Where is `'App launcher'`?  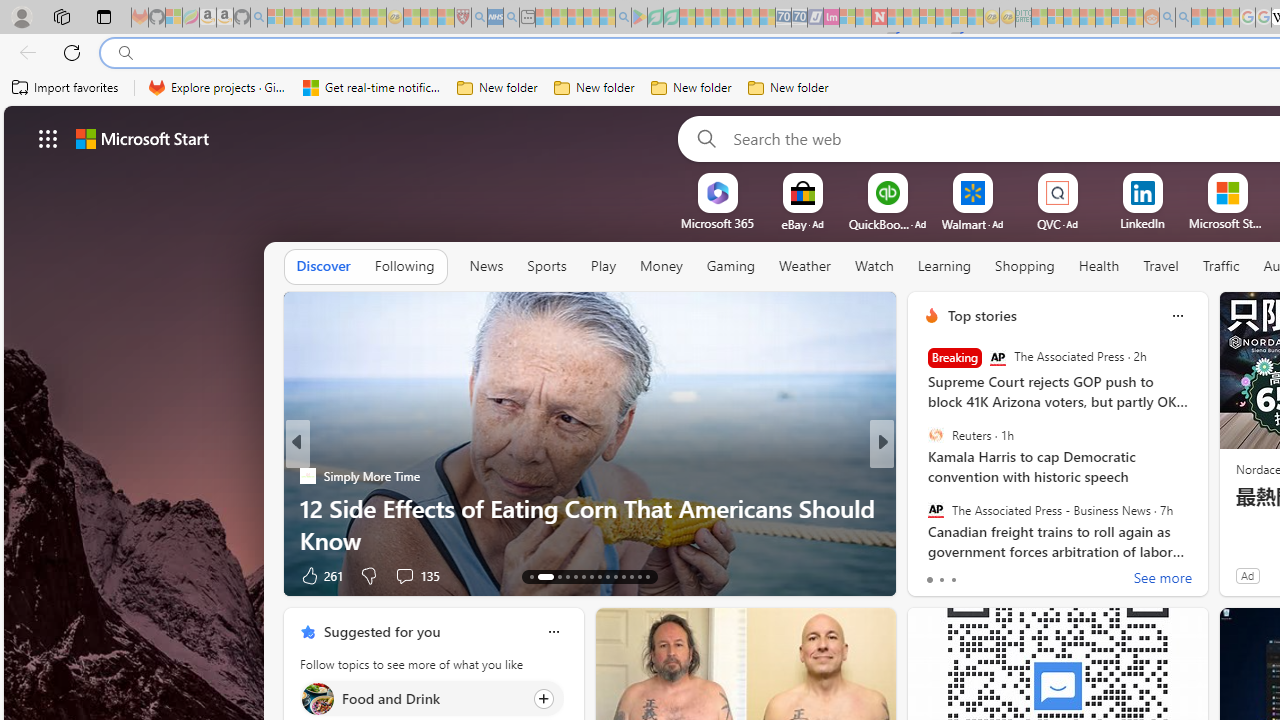 'App launcher' is located at coordinates (48, 137).